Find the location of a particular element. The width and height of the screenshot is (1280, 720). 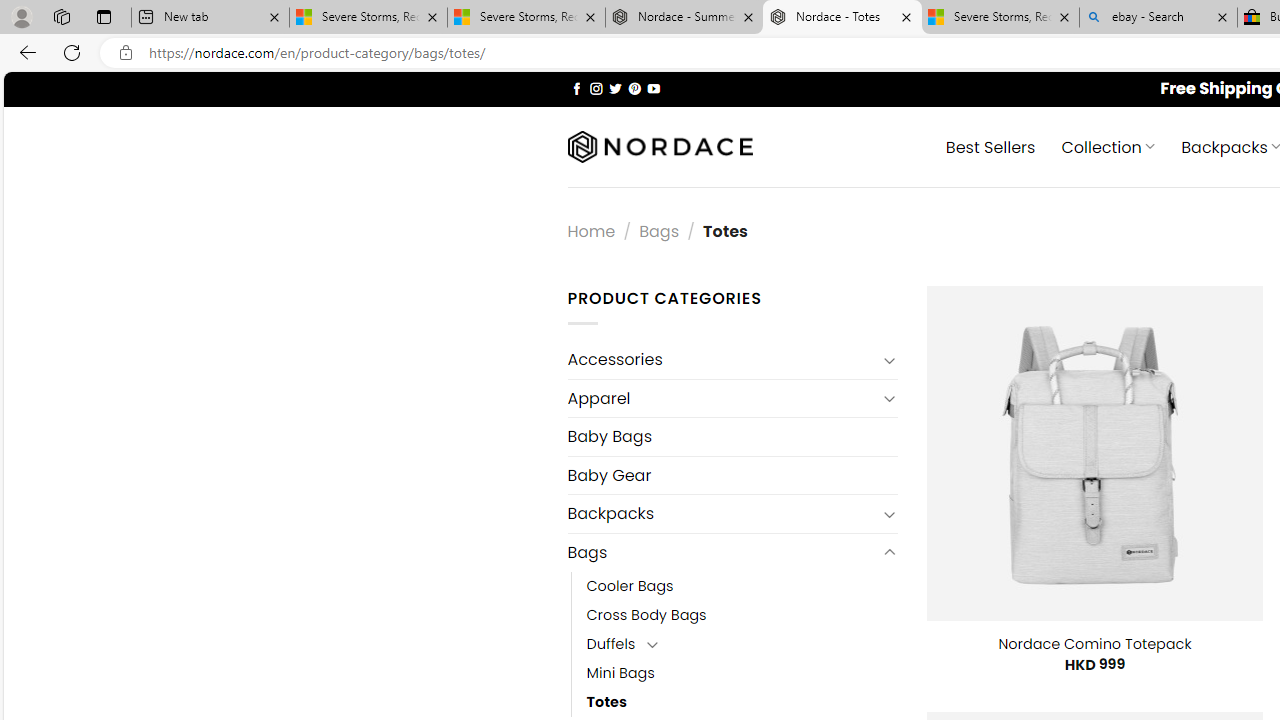

'Baby Bags' is located at coordinates (731, 436).